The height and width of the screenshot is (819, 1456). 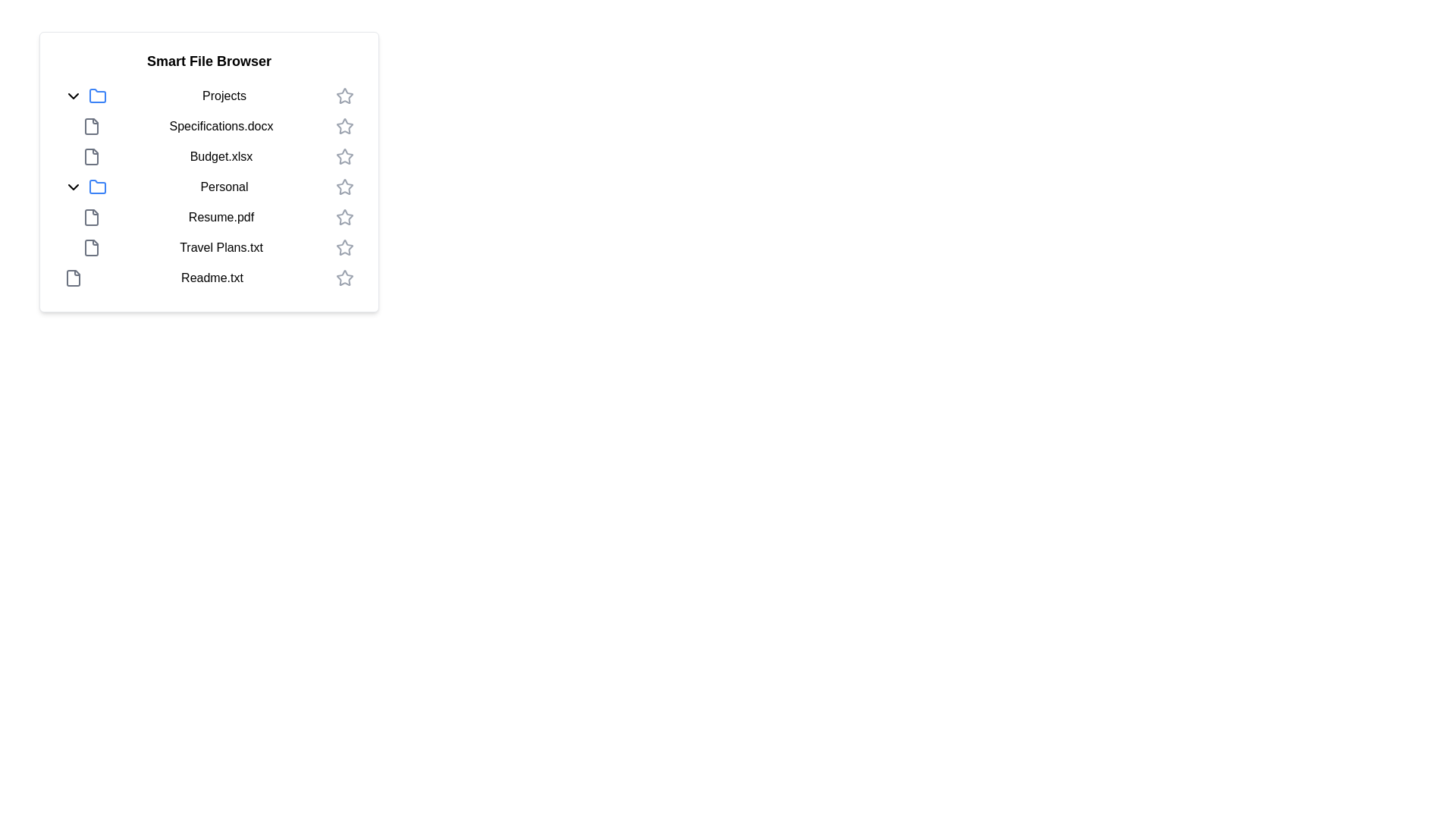 What do you see at coordinates (218, 125) in the screenshot?
I see `the text label representing the document file named 'Specifications.docx'` at bounding box center [218, 125].